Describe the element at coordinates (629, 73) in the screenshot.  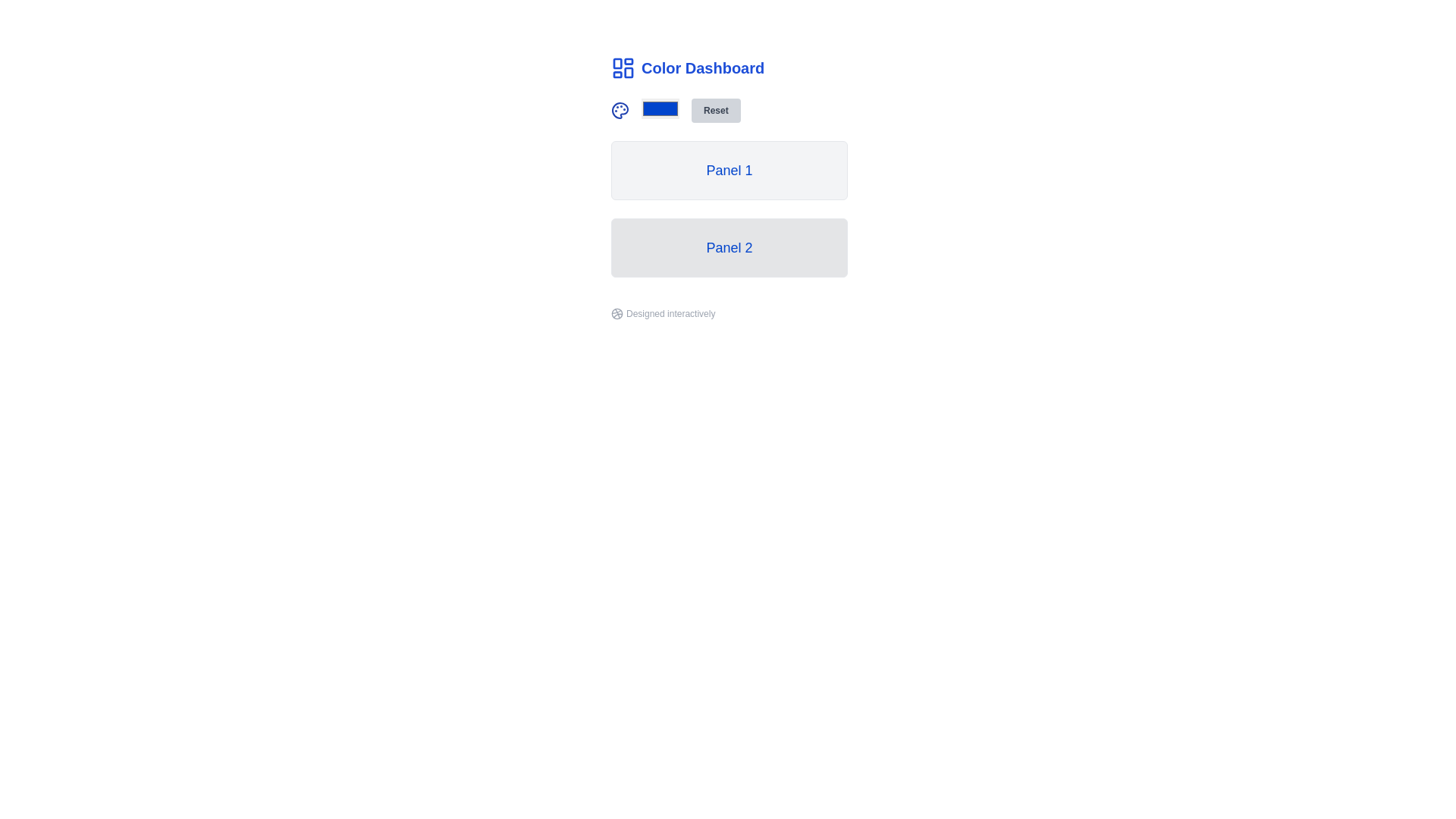
I see `the bottom-right segment of the segmented icon representing the 'Color Dashboard', which is styled in a neutral color and has rounded corners` at that location.